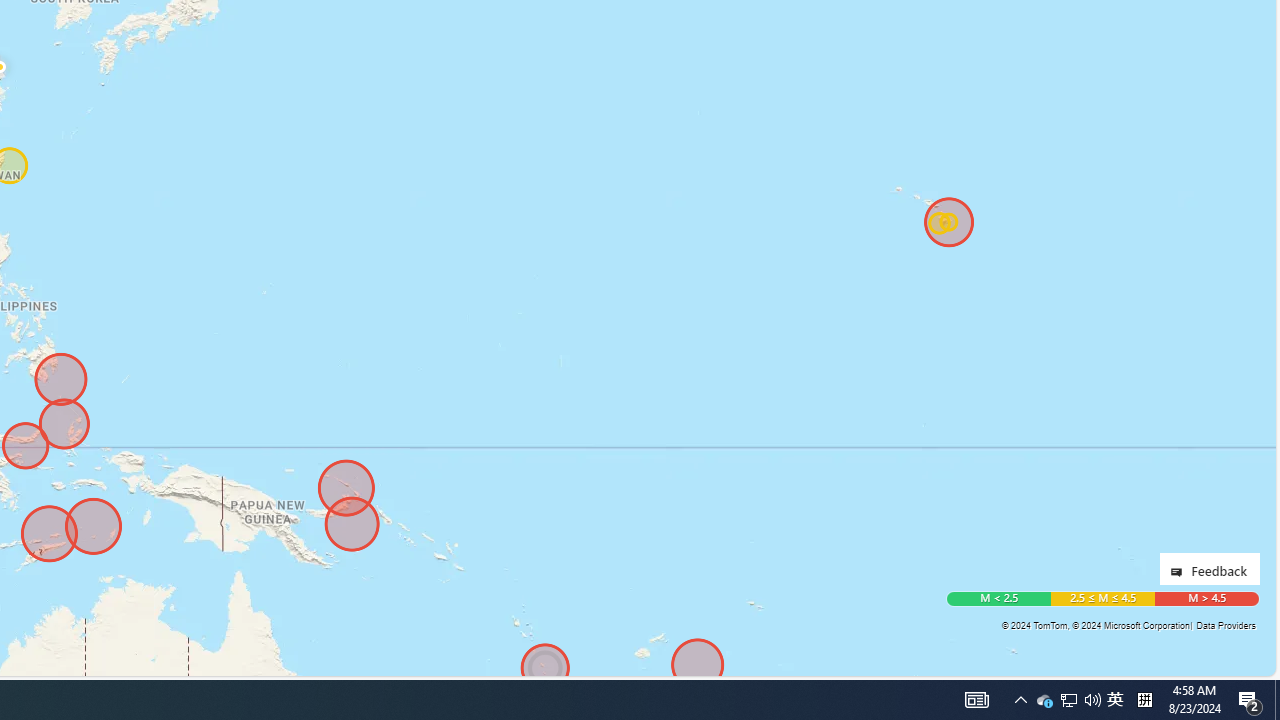  What do you see at coordinates (1180, 572) in the screenshot?
I see `'Class: feedback_link_icon-DS-EntryPoint1-1'` at bounding box center [1180, 572].